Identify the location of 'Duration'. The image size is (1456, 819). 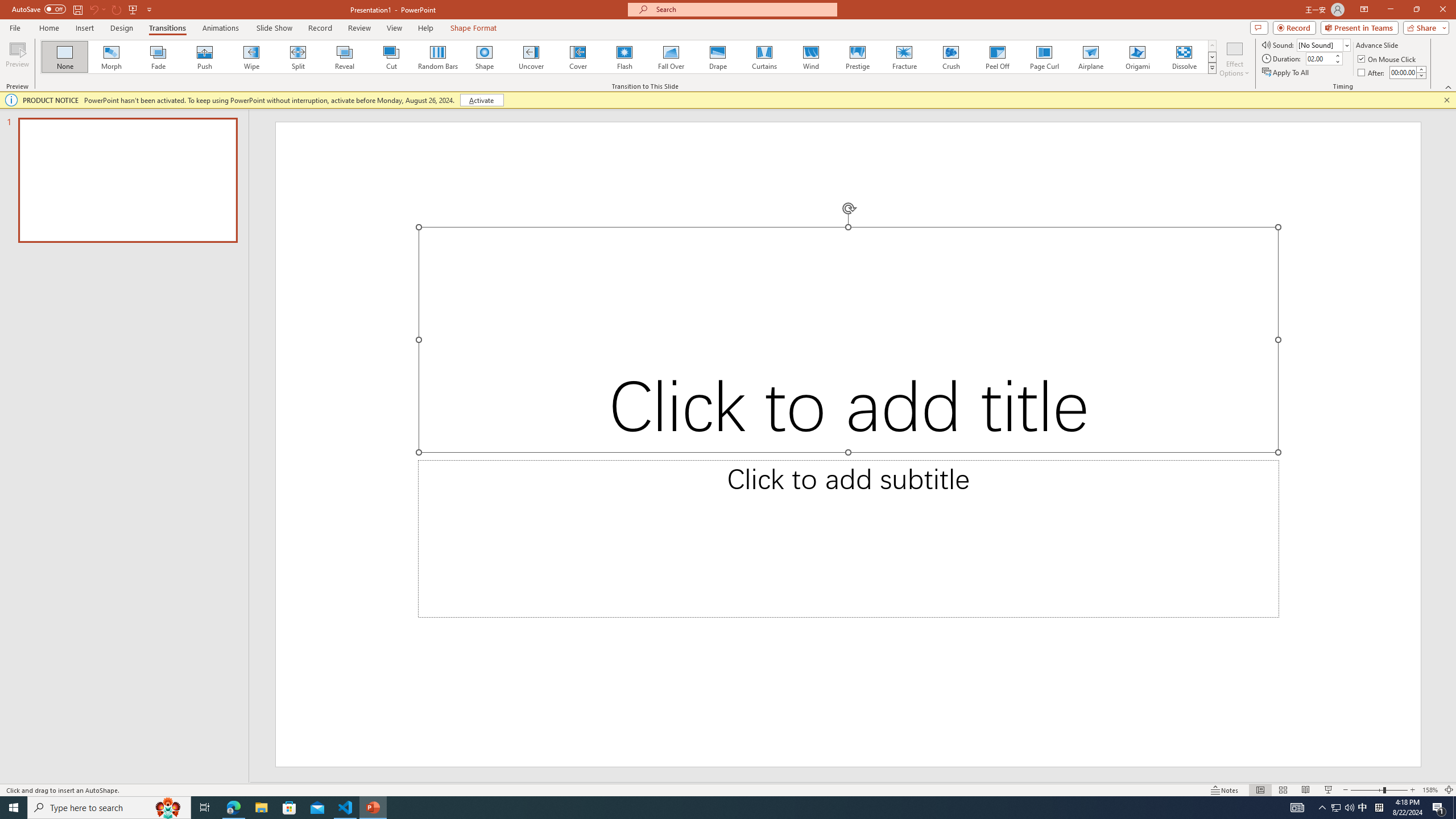
(1319, 58).